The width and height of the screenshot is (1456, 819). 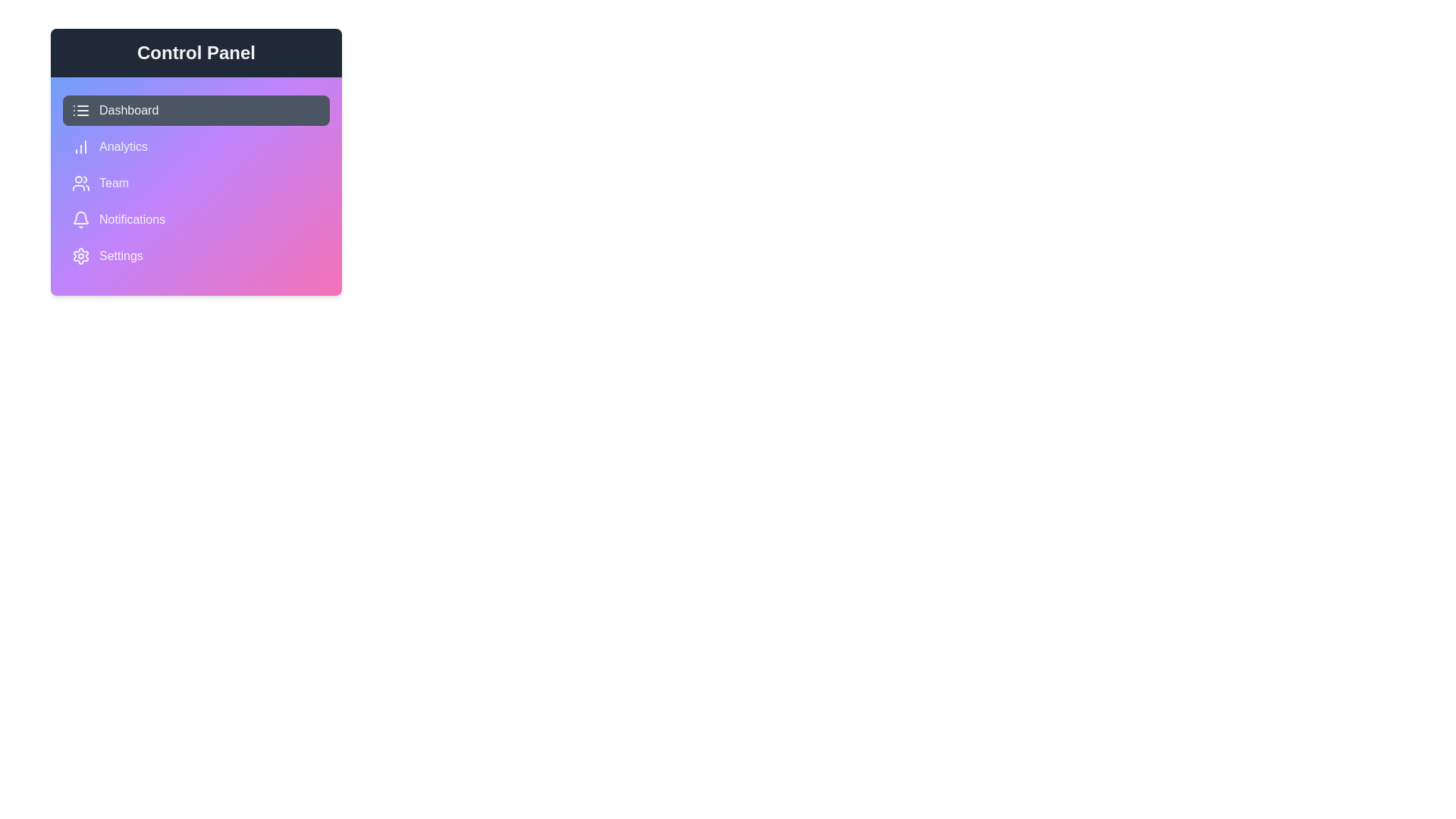 I want to click on the Notifications label in the Control Panel menu which is positioned below the Team menu item and above the Settings menu item, so click(x=132, y=219).